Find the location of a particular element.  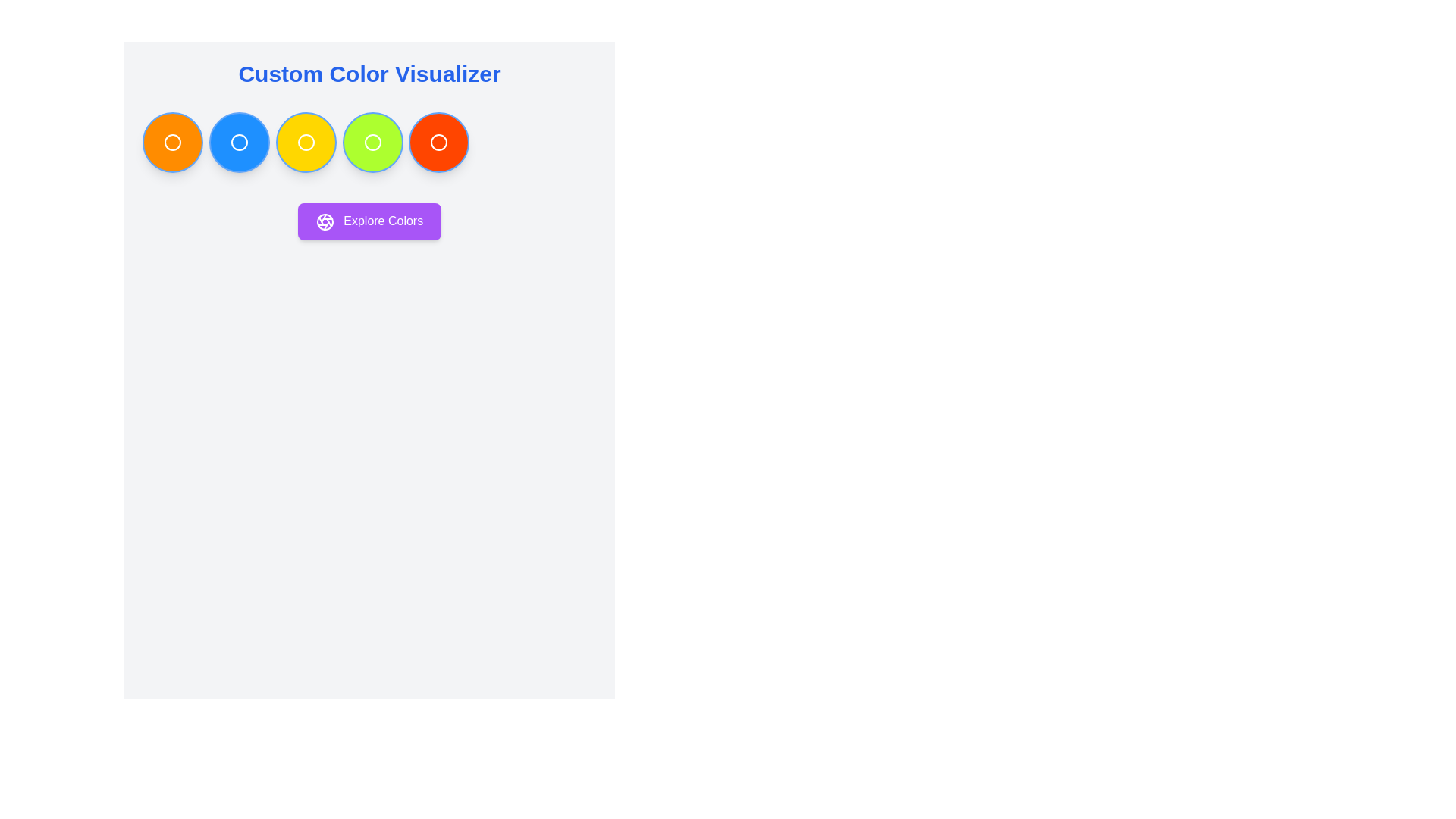

the decorative icon located to the left of the 'Explore Colors' text within the purple button is located at coordinates (324, 221).